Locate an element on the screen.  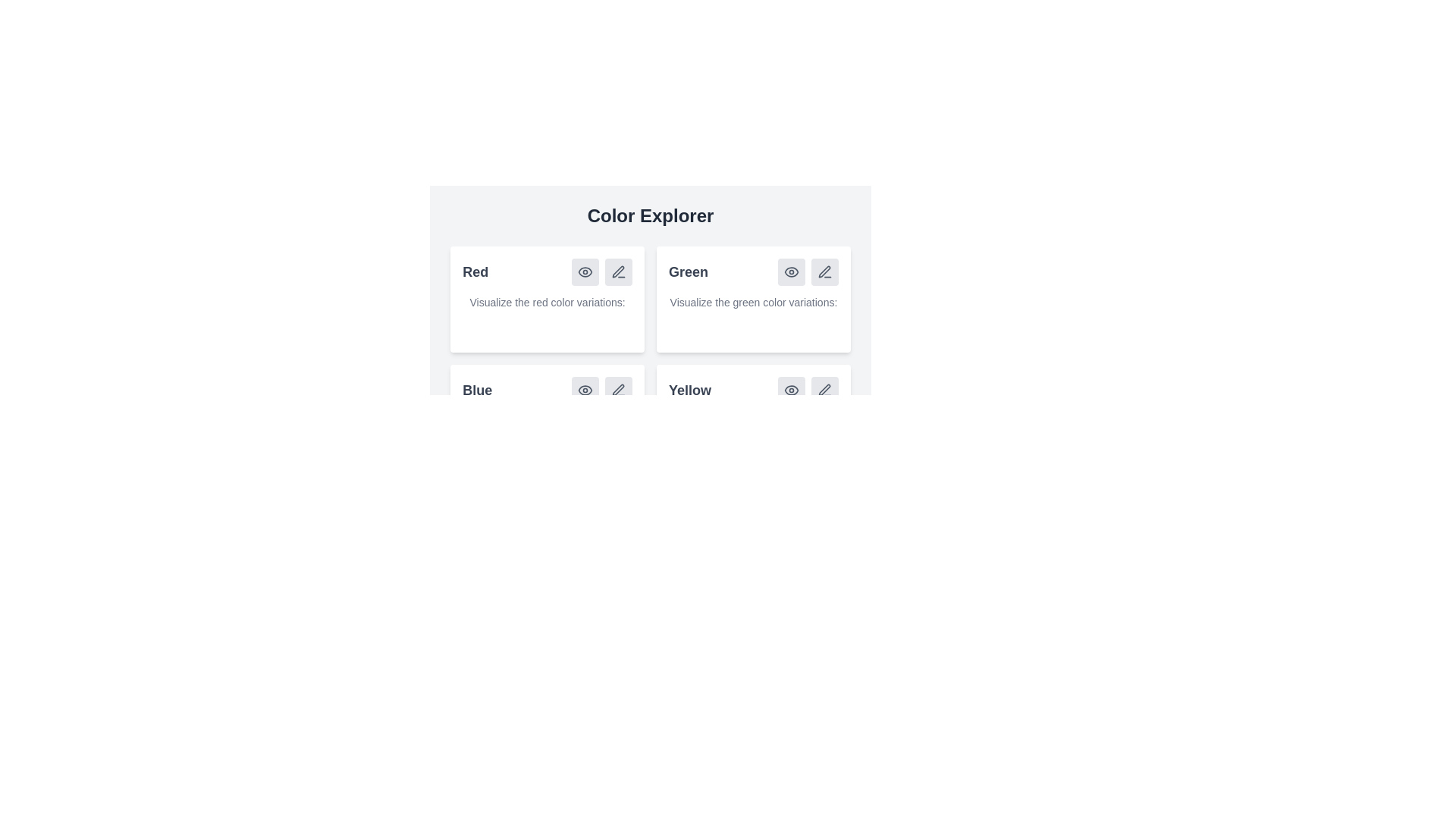
the text label representing the color 'Yellow' located in the lower-right card under the 'Color Explorer' section is located at coordinates (689, 390).